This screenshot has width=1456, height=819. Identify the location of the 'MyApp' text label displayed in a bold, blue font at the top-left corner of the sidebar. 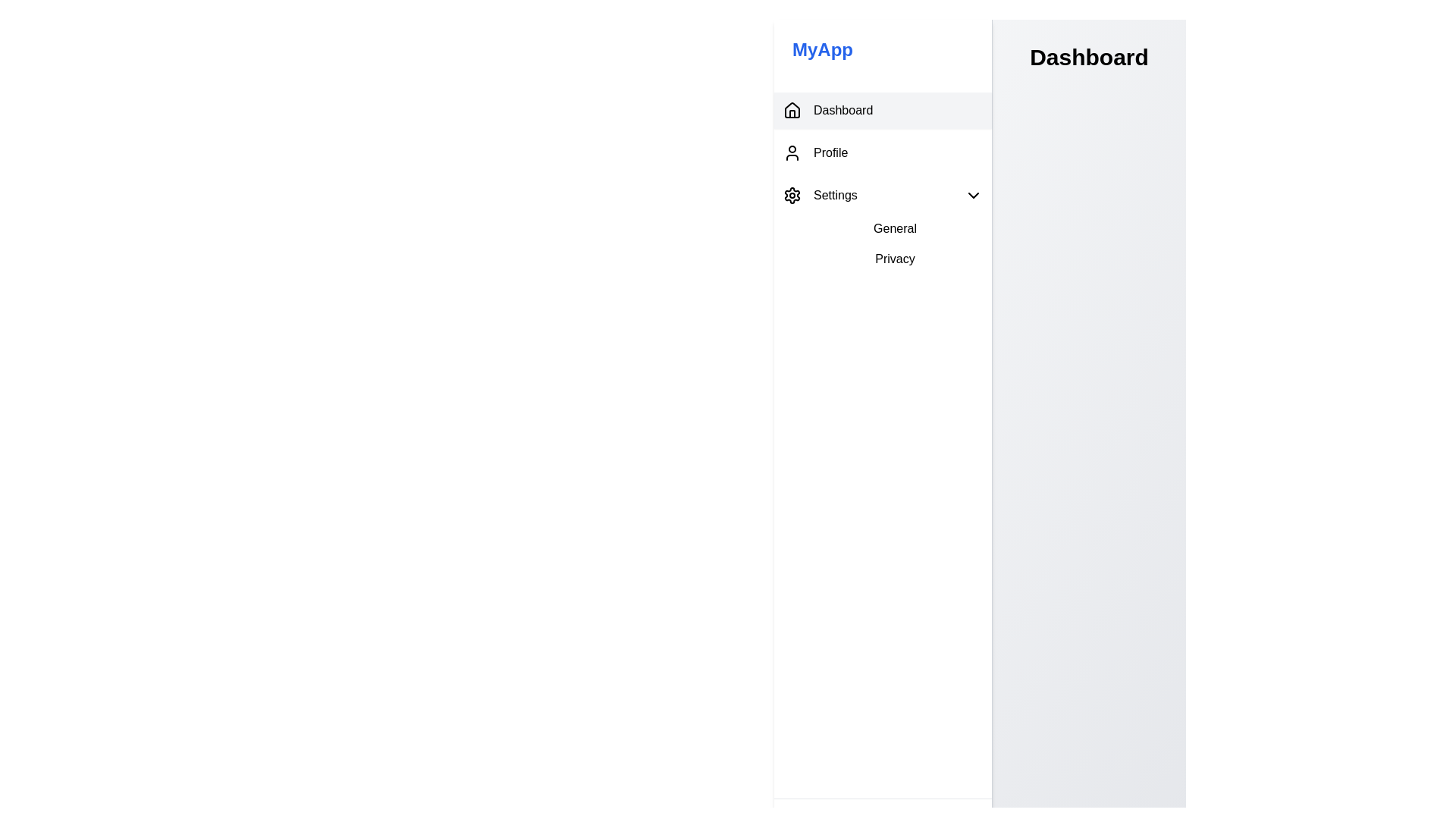
(883, 49).